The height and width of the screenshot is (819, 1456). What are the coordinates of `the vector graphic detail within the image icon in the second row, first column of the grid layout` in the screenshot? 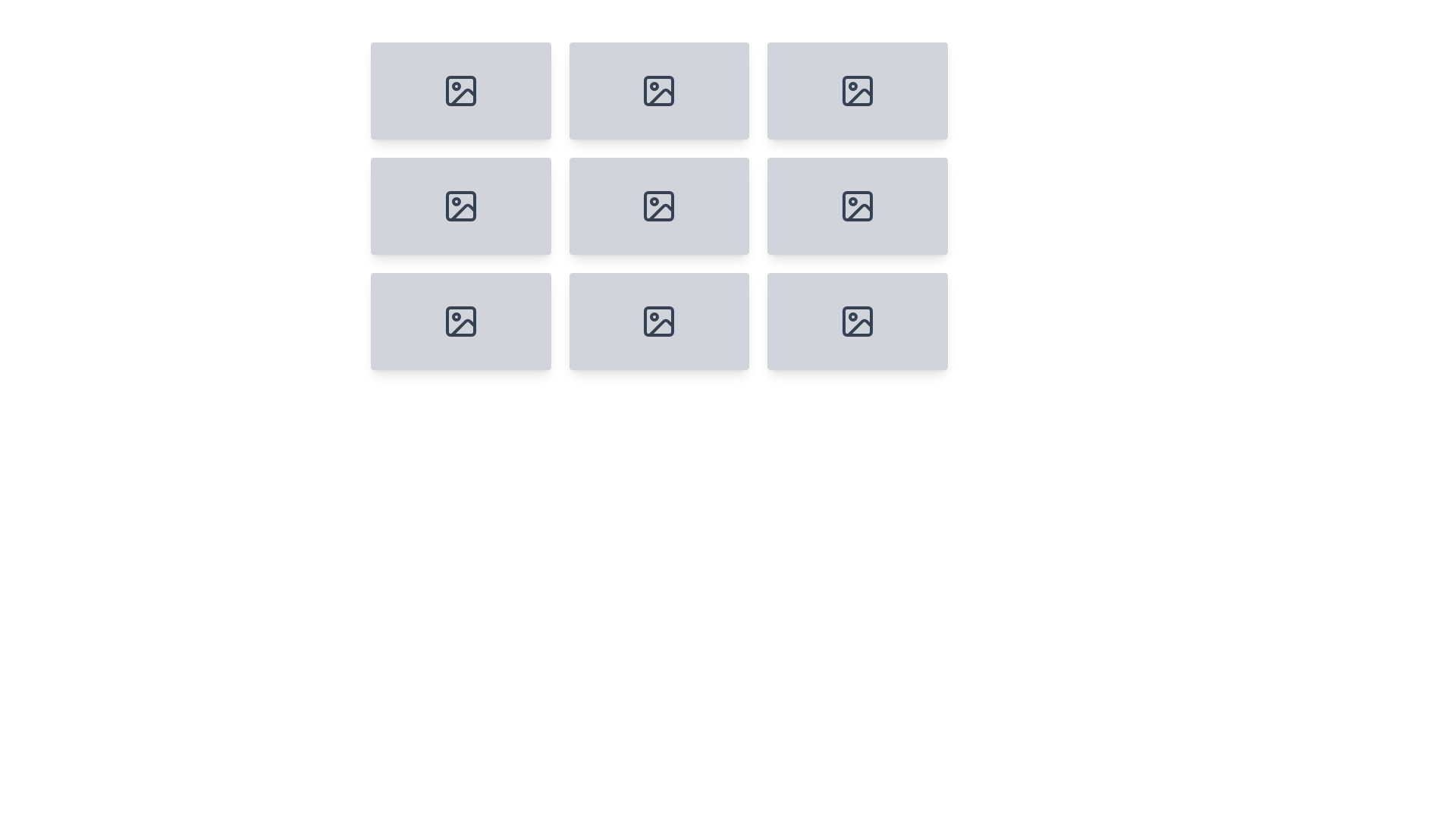 It's located at (462, 212).